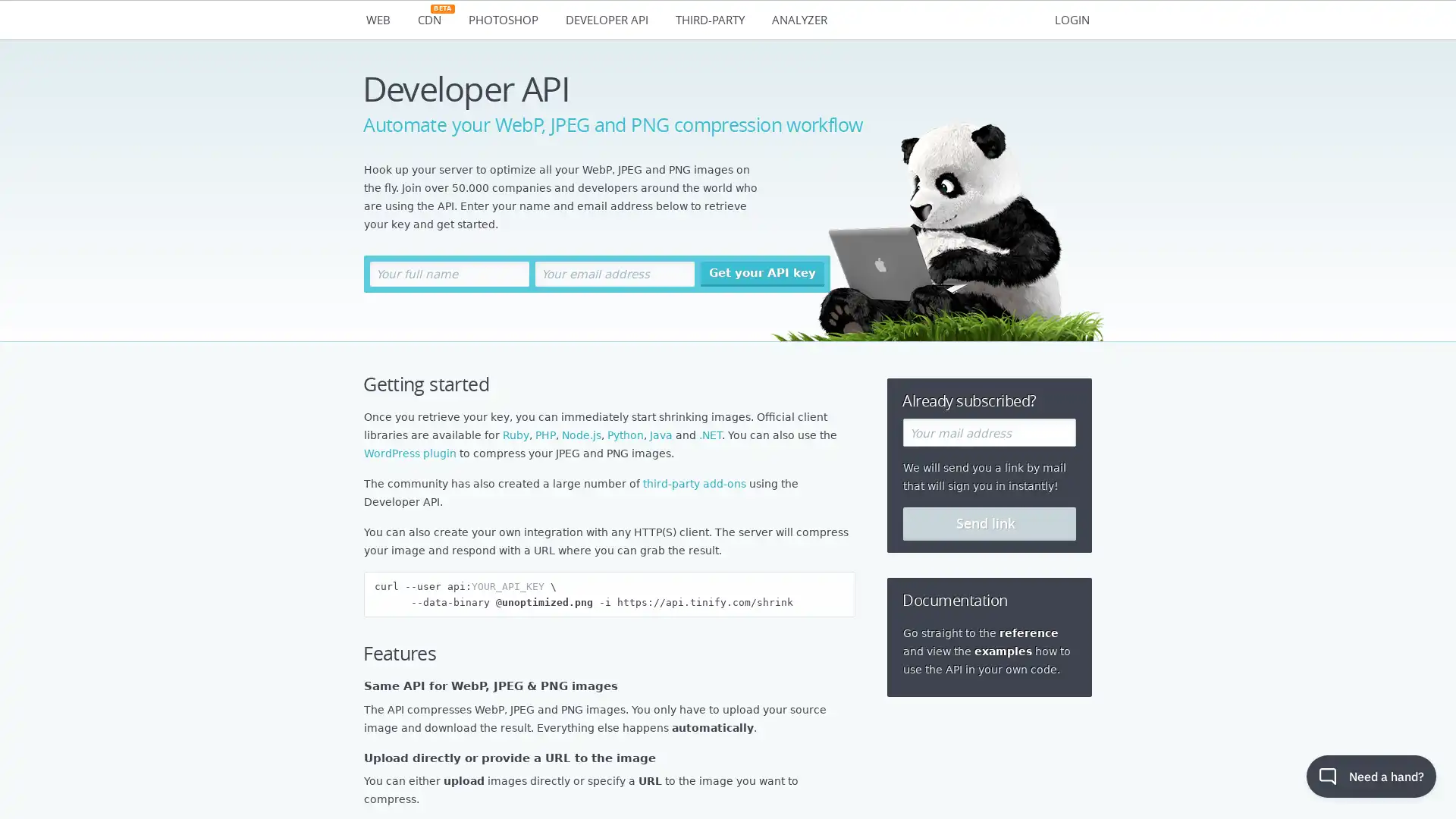 This screenshot has height=819, width=1456. What do you see at coordinates (762, 274) in the screenshot?
I see `Get your API key` at bounding box center [762, 274].